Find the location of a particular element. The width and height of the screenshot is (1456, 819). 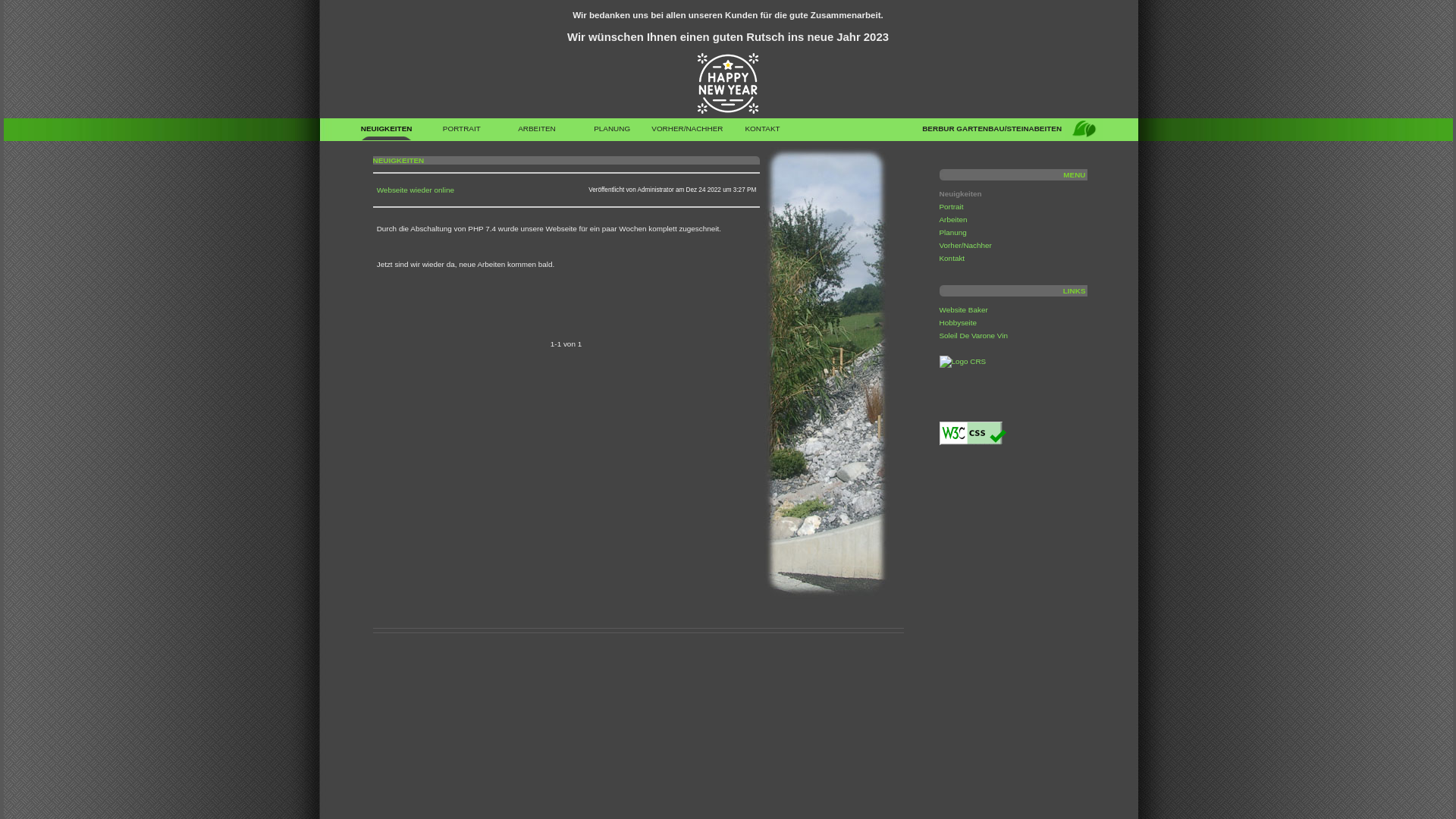

'Vorher/Nachher' is located at coordinates (964, 244).